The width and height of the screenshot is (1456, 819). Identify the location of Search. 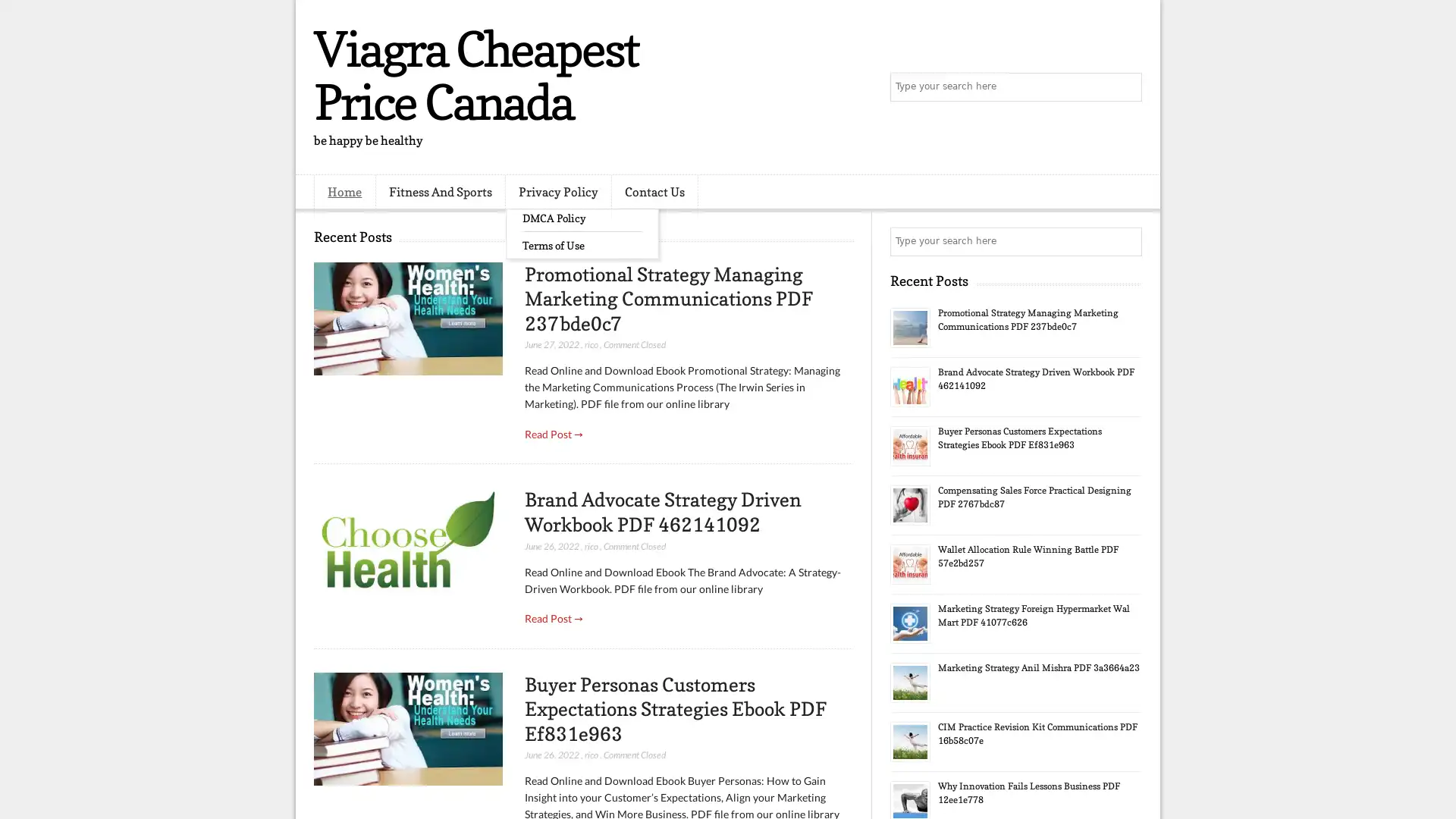
(1126, 87).